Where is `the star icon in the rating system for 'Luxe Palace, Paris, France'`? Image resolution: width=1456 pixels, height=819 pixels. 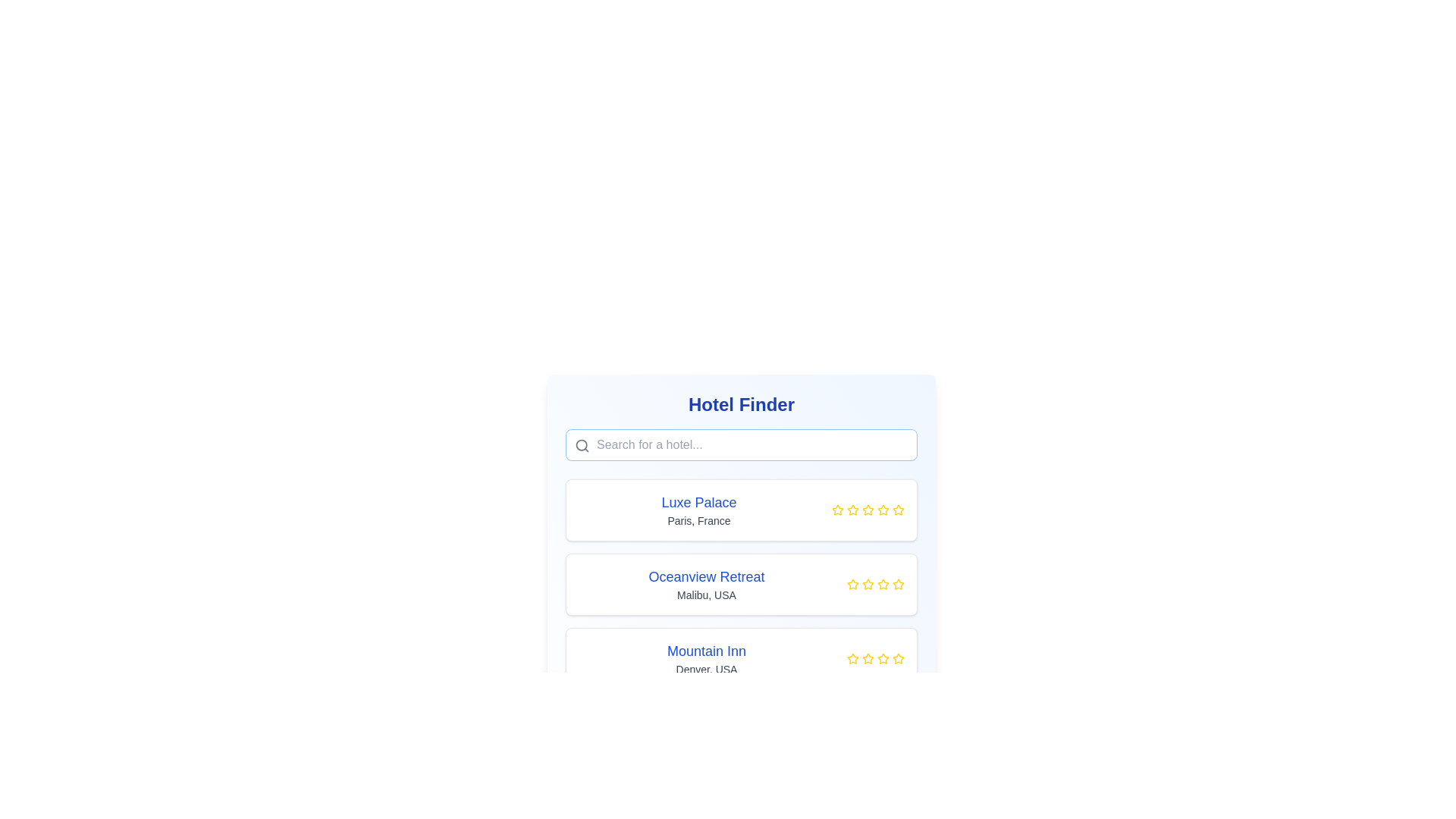 the star icon in the rating system for 'Luxe Palace, Paris, France' is located at coordinates (836, 510).